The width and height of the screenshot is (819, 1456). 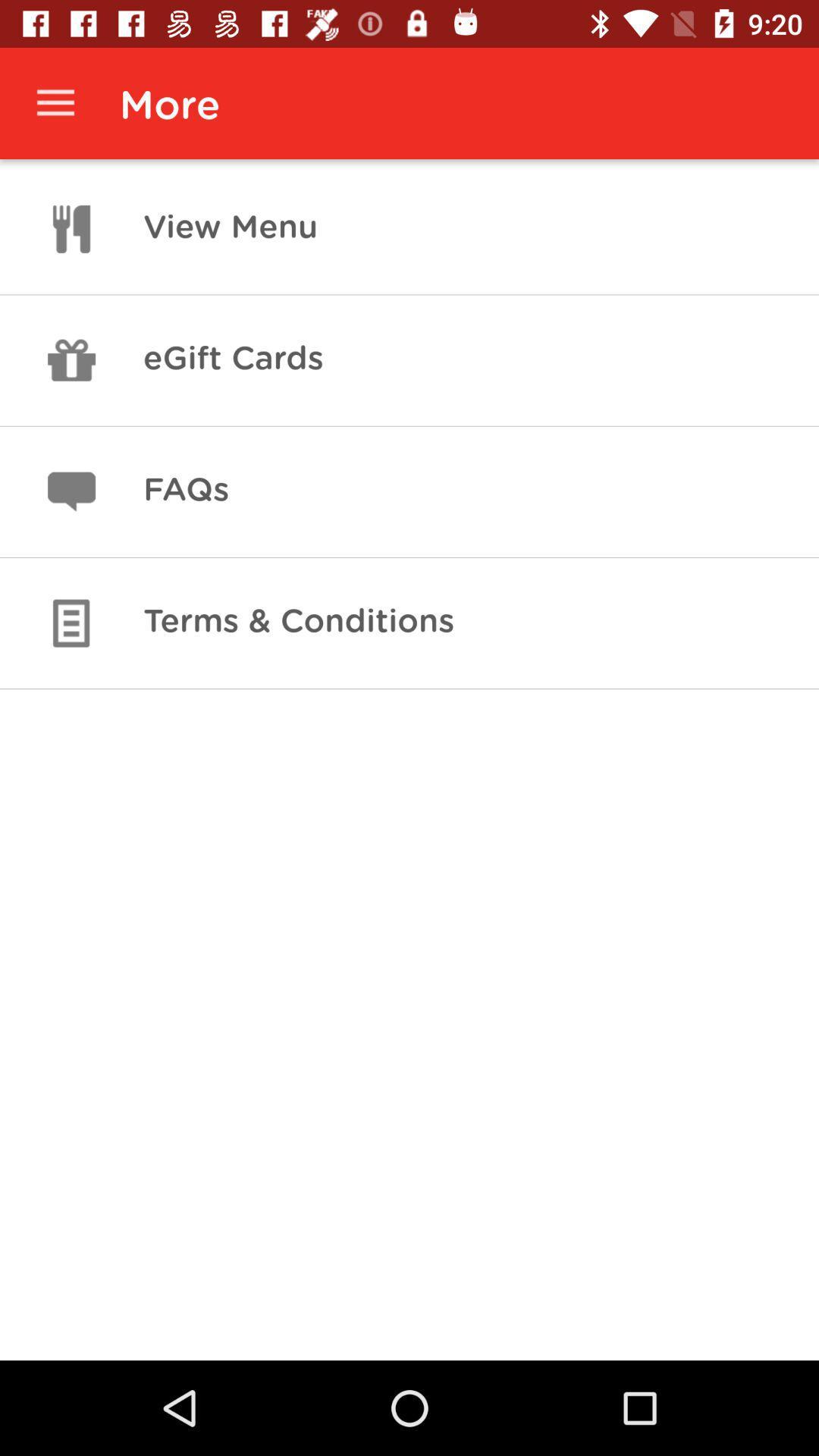 What do you see at coordinates (55, 102) in the screenshot?
I see `icon next to more item` at bounding box center [55, 102].